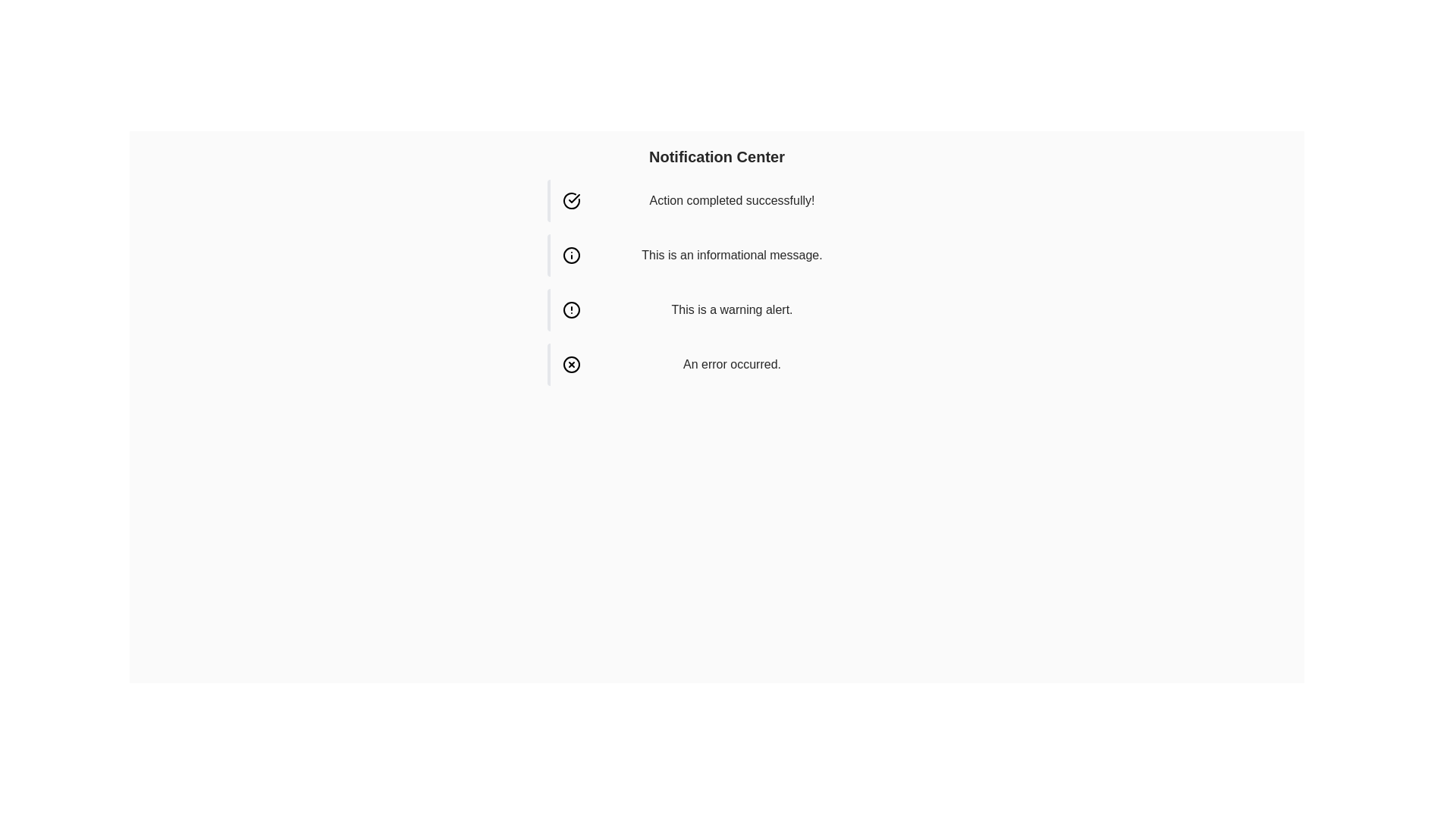 The image size is (1456, 819). I want to click on the SVG icon indicating a successful action, located to the left of the text 'Action completed successfully!' in the first notification item, so click(573, 198).